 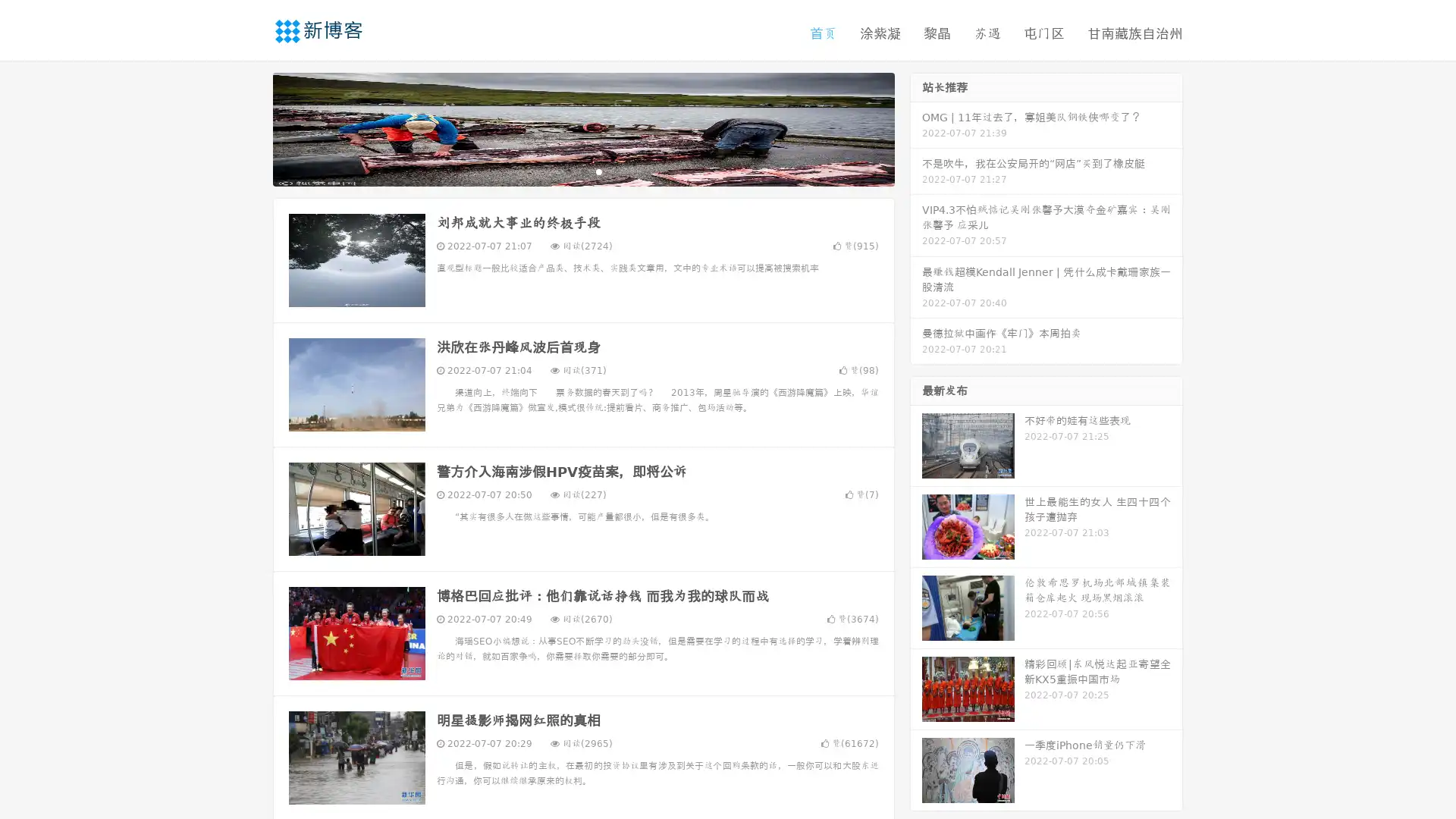 I want to click on Previous slide, so click(x=250, y=127).